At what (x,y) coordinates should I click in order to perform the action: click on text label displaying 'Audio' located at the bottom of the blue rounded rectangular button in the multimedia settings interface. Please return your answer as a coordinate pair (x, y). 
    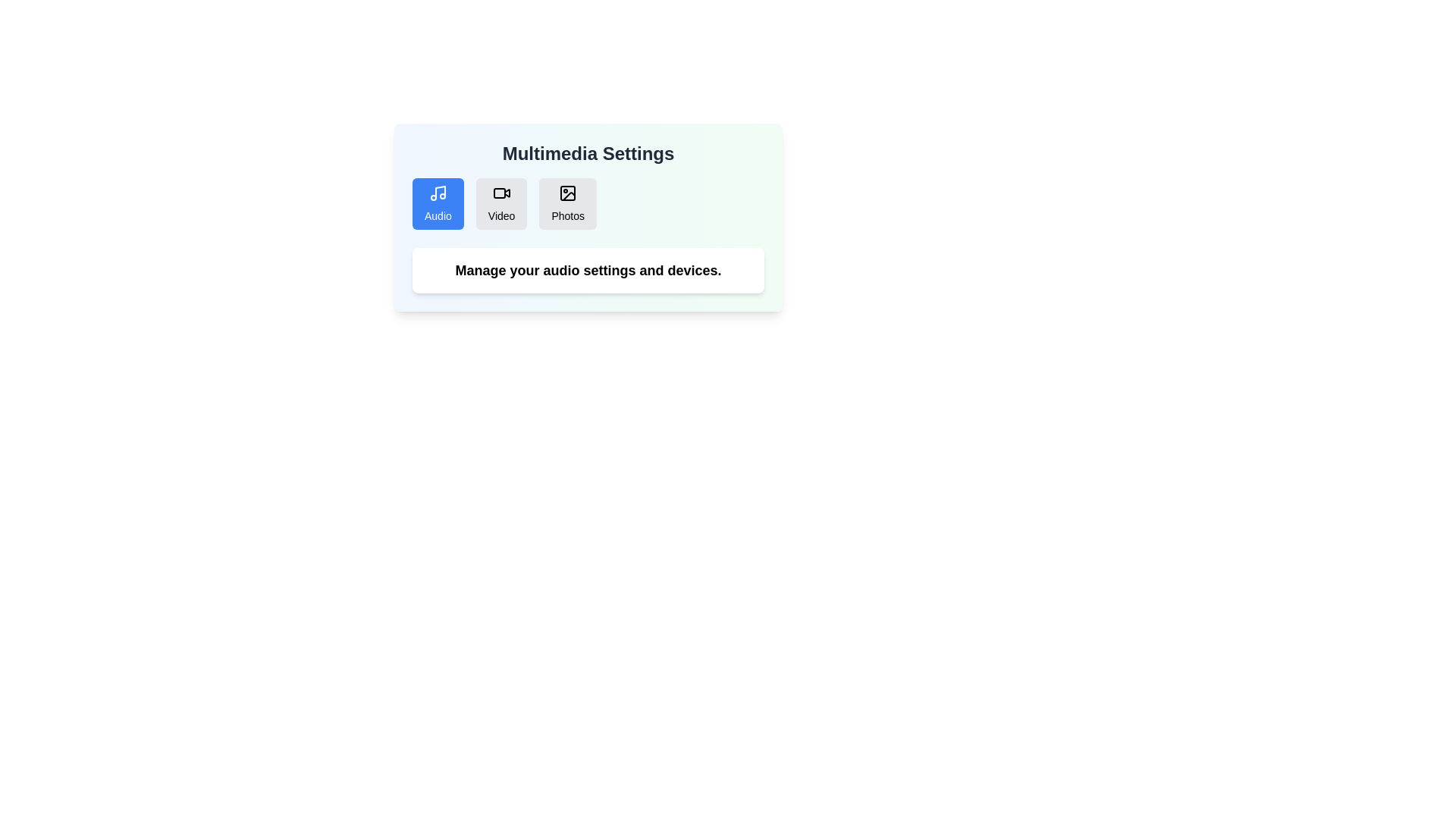
    Looking at the image, I should click on (437, 216).